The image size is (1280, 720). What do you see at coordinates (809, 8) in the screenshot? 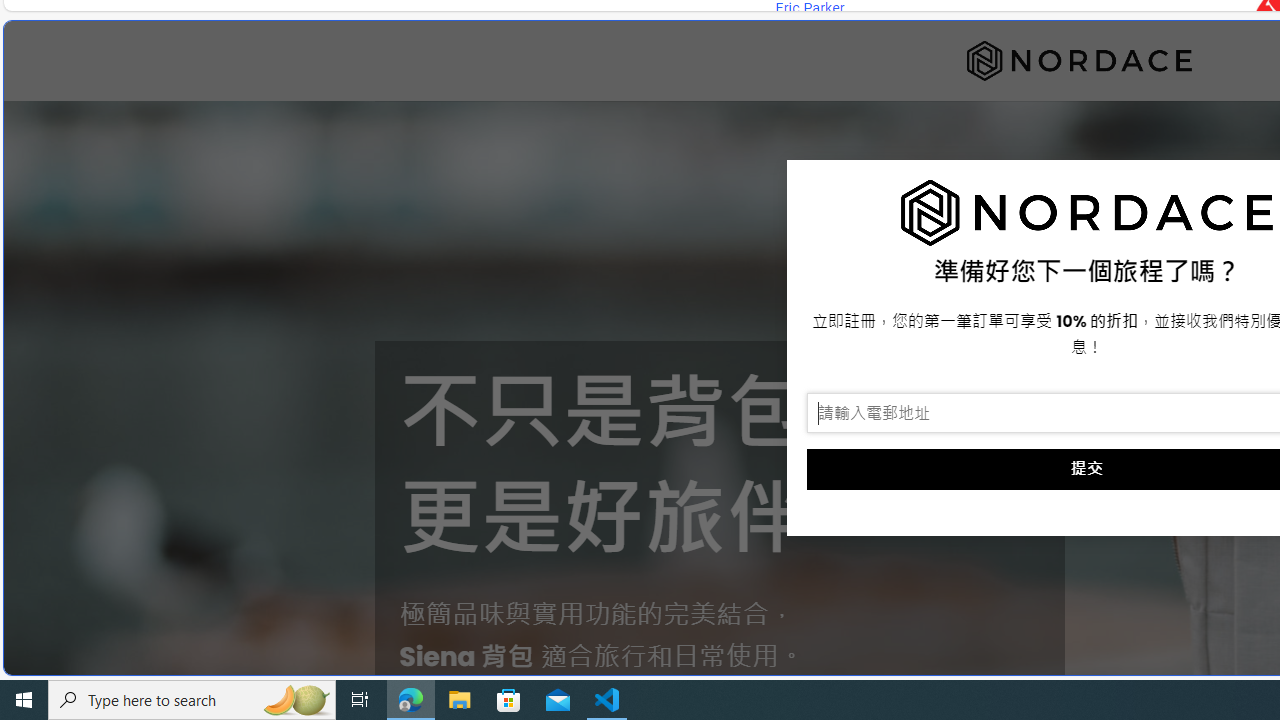
I see `'Eric Parker'` at bounding box center [809, 8].